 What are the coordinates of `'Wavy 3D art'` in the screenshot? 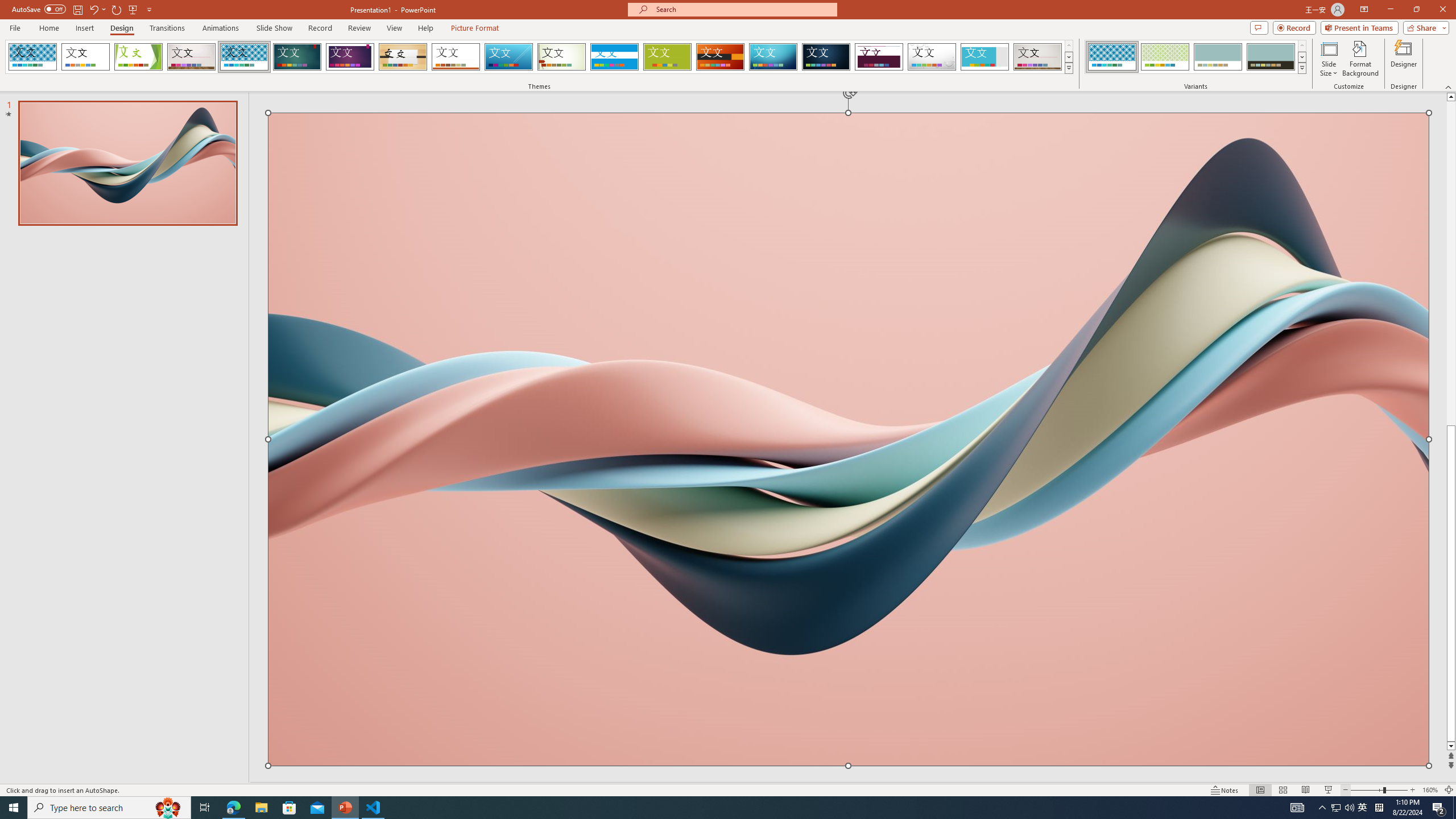 It's located at (848, 439).